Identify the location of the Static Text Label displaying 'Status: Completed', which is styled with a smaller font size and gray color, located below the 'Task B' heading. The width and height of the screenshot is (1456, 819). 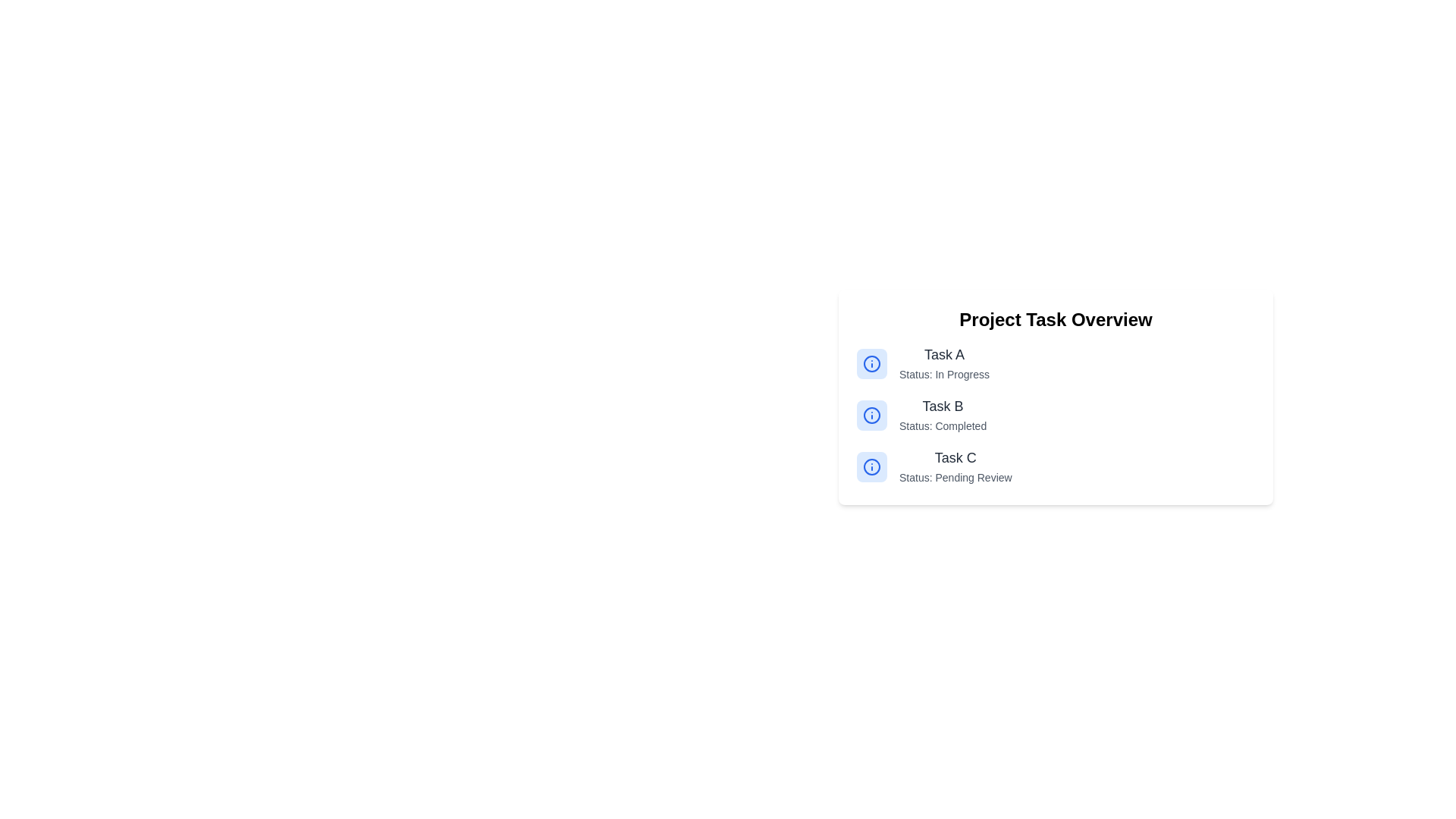
(942, 426).